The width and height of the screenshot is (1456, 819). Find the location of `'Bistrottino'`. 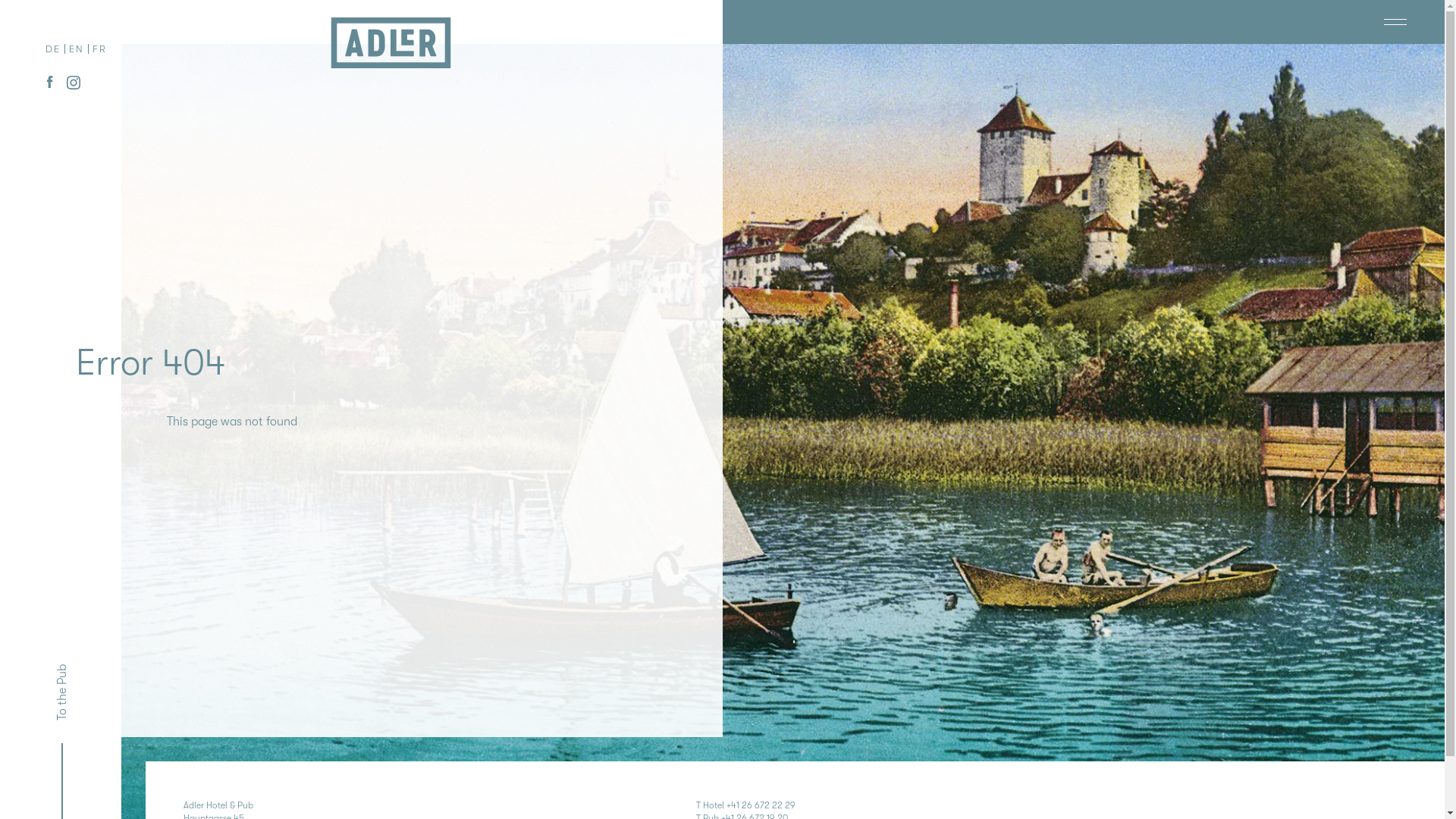

'Bistrottino' is located at coordinates (1405, 22).